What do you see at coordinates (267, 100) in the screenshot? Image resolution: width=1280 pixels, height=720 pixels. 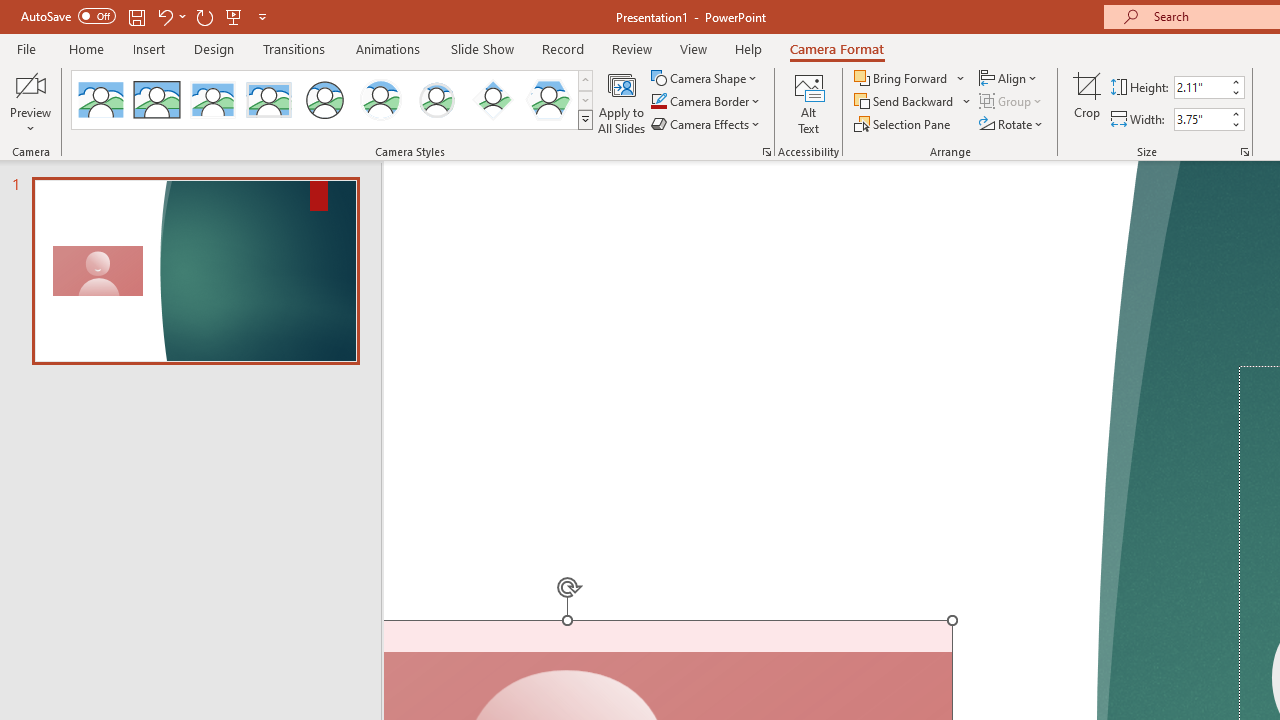 I see `'Soft Edge Rectangle'` at bounding box center [267, 100].